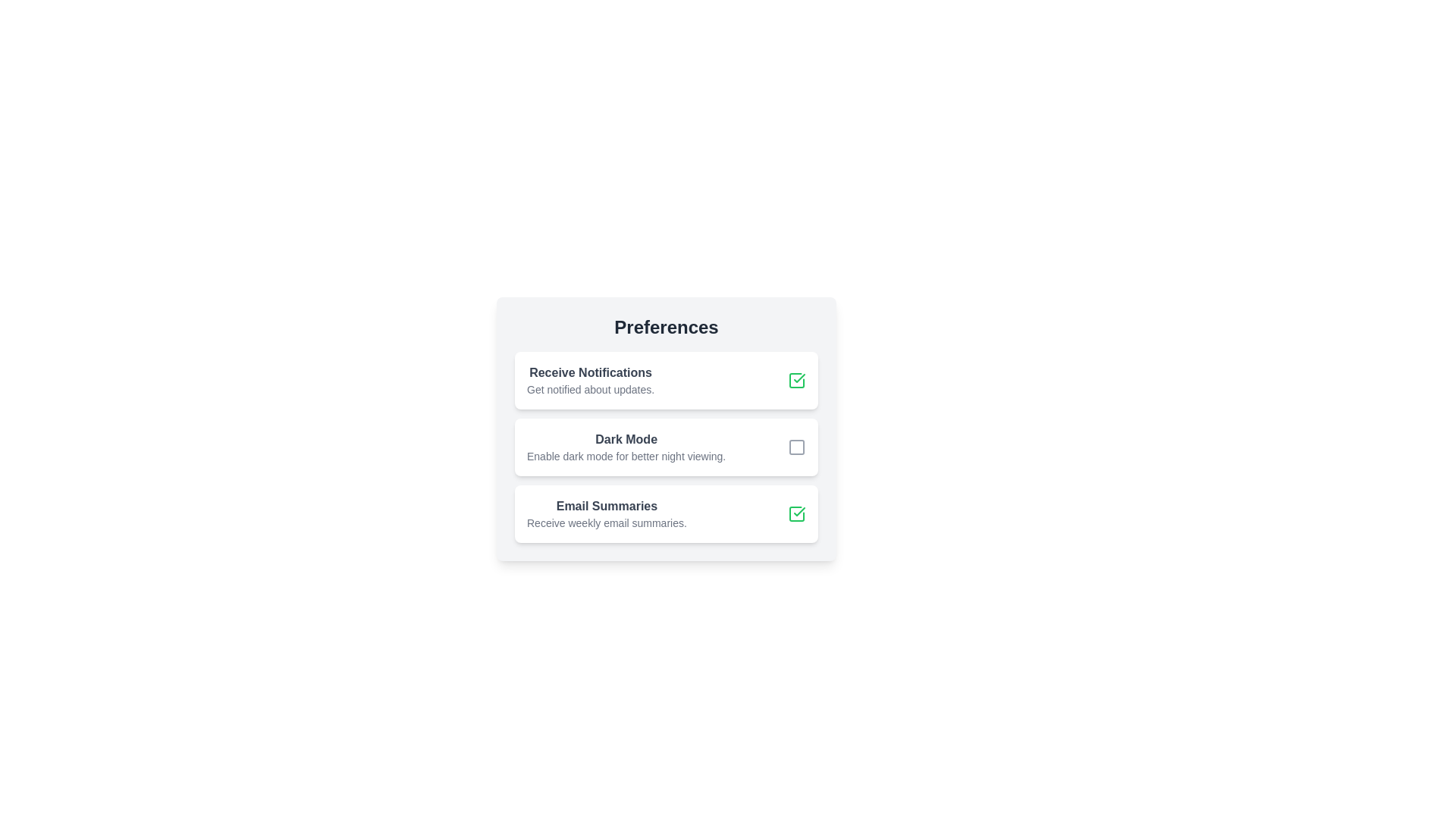 The image size is (1456, 819). What do you see at coordinates (666, 327) in the screenshot?
I see `the title text indicating 'Preferences', located at the top-center of the settings card` at bounding box center [666, 327].